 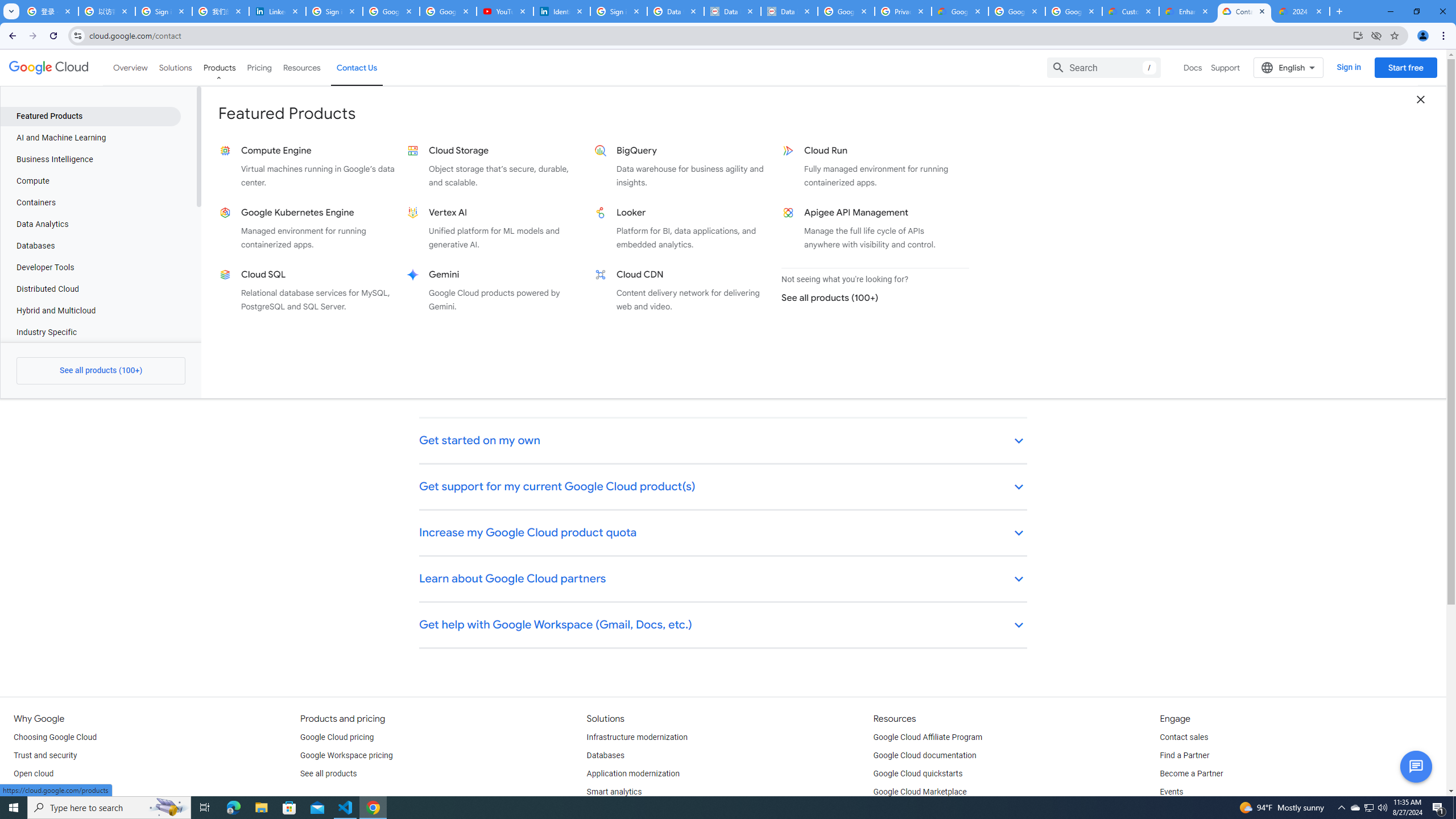 What do you see at coordinates (1183, 738) in the screenshot?
I see `'Contact sales'` at bounding box center [1183, 738].